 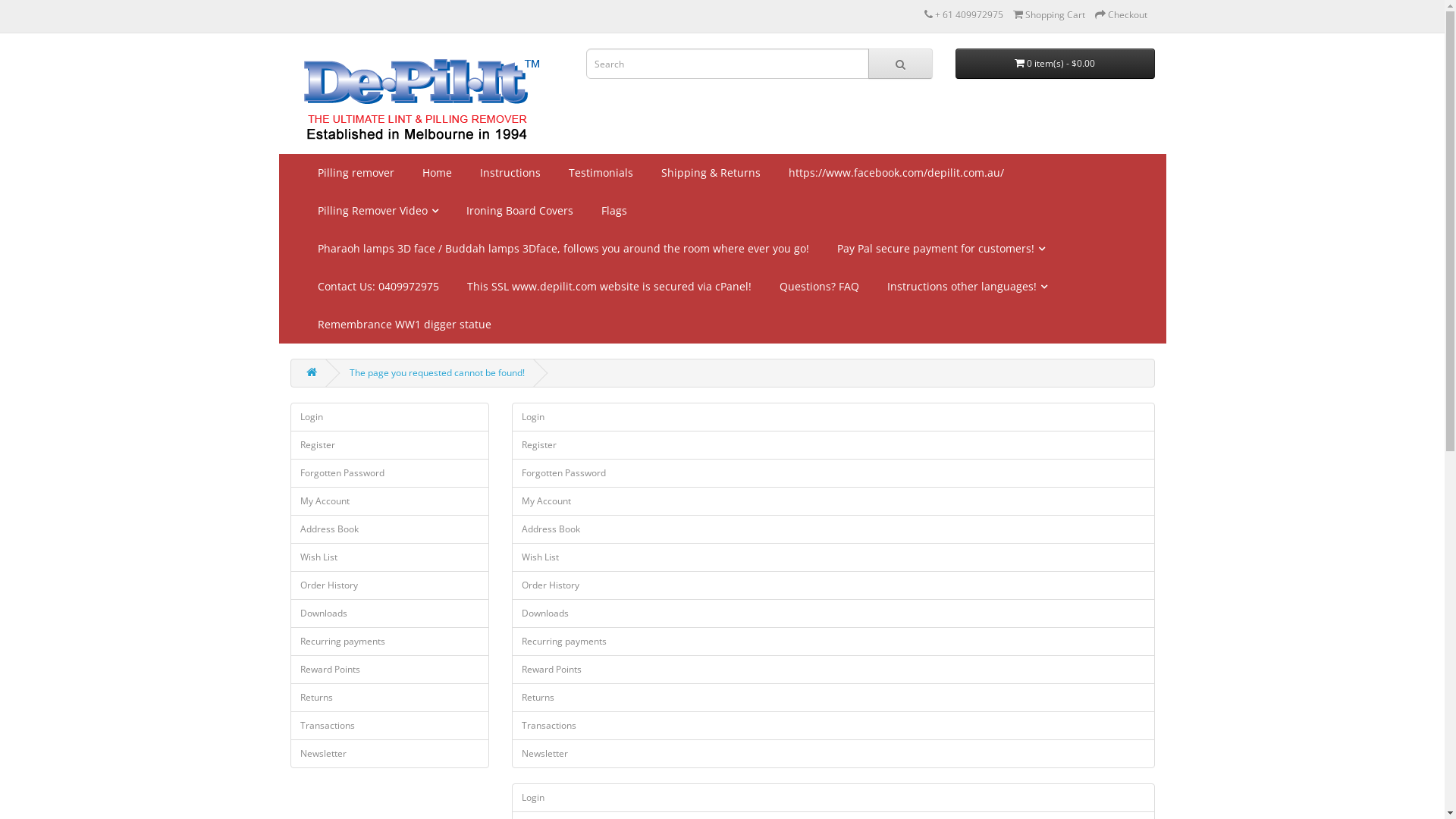 What do you see at coordinates (607, 287) in the screenshot?
I see `'This SSL www.depilit.com website is secured via cPanel!'` at bounding box center [607, 287].